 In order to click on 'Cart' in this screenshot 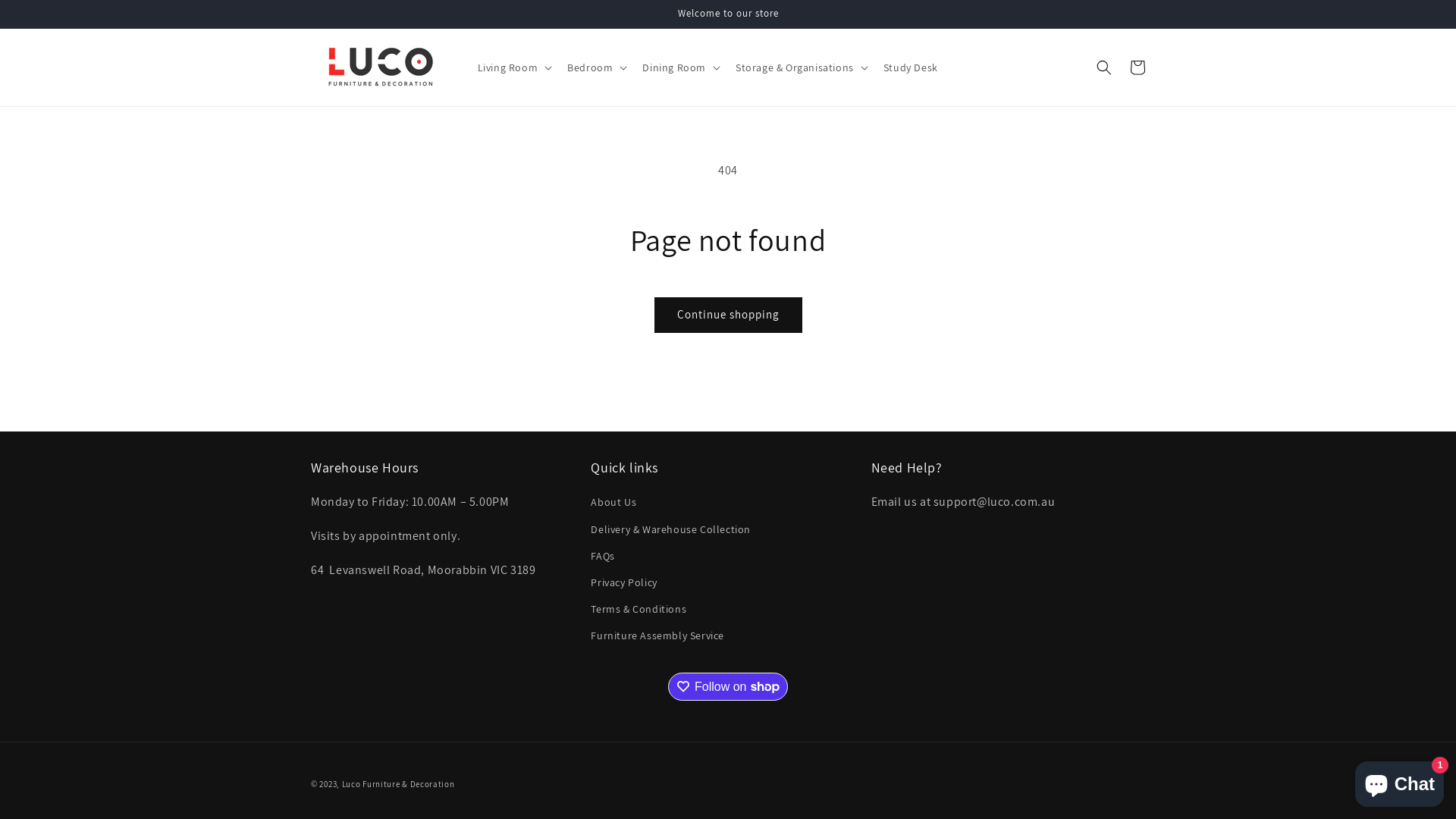, I will do `click(1121, 66)`.